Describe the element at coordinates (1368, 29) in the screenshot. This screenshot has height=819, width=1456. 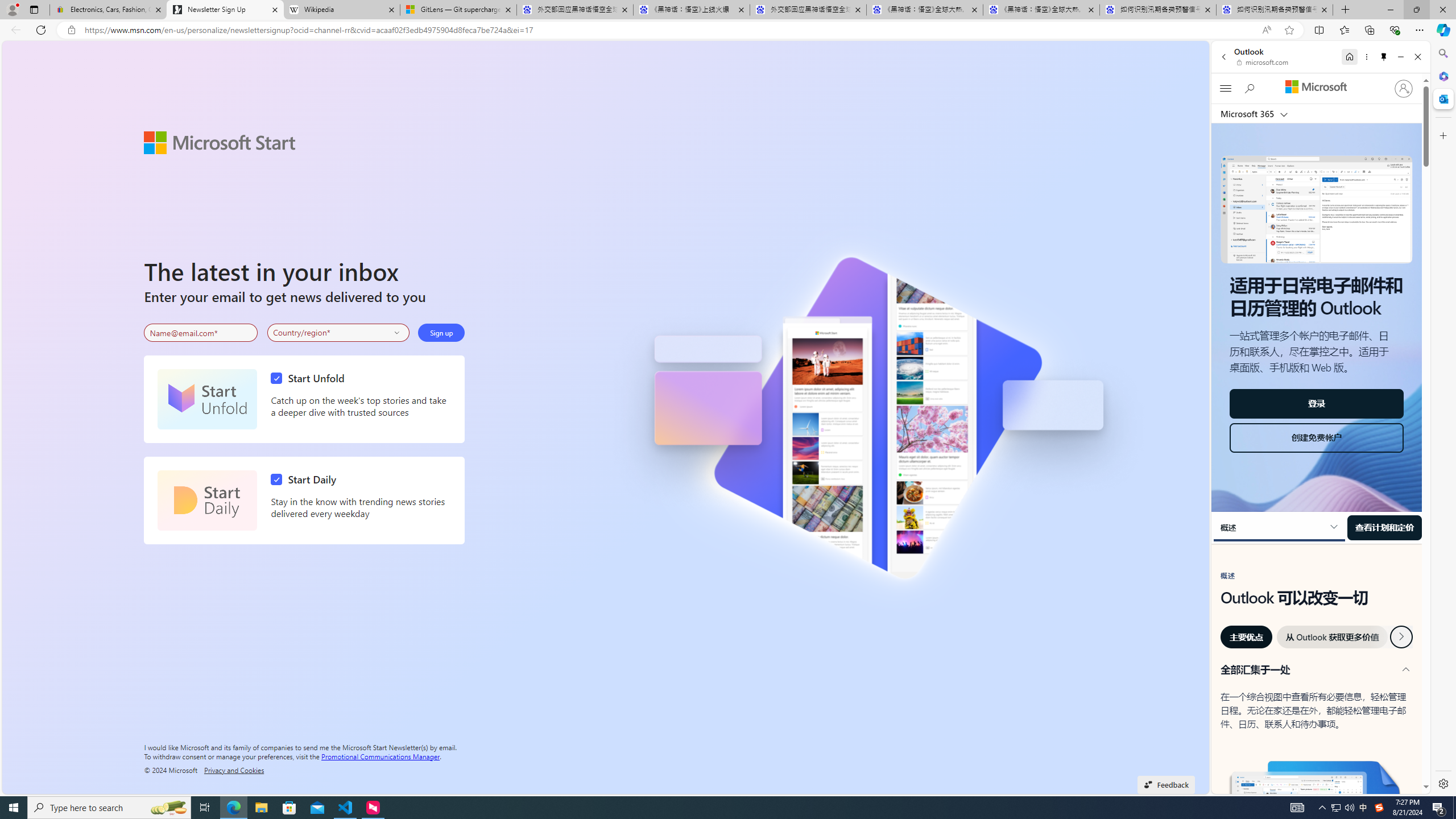
I see `'Collections'` at that location.